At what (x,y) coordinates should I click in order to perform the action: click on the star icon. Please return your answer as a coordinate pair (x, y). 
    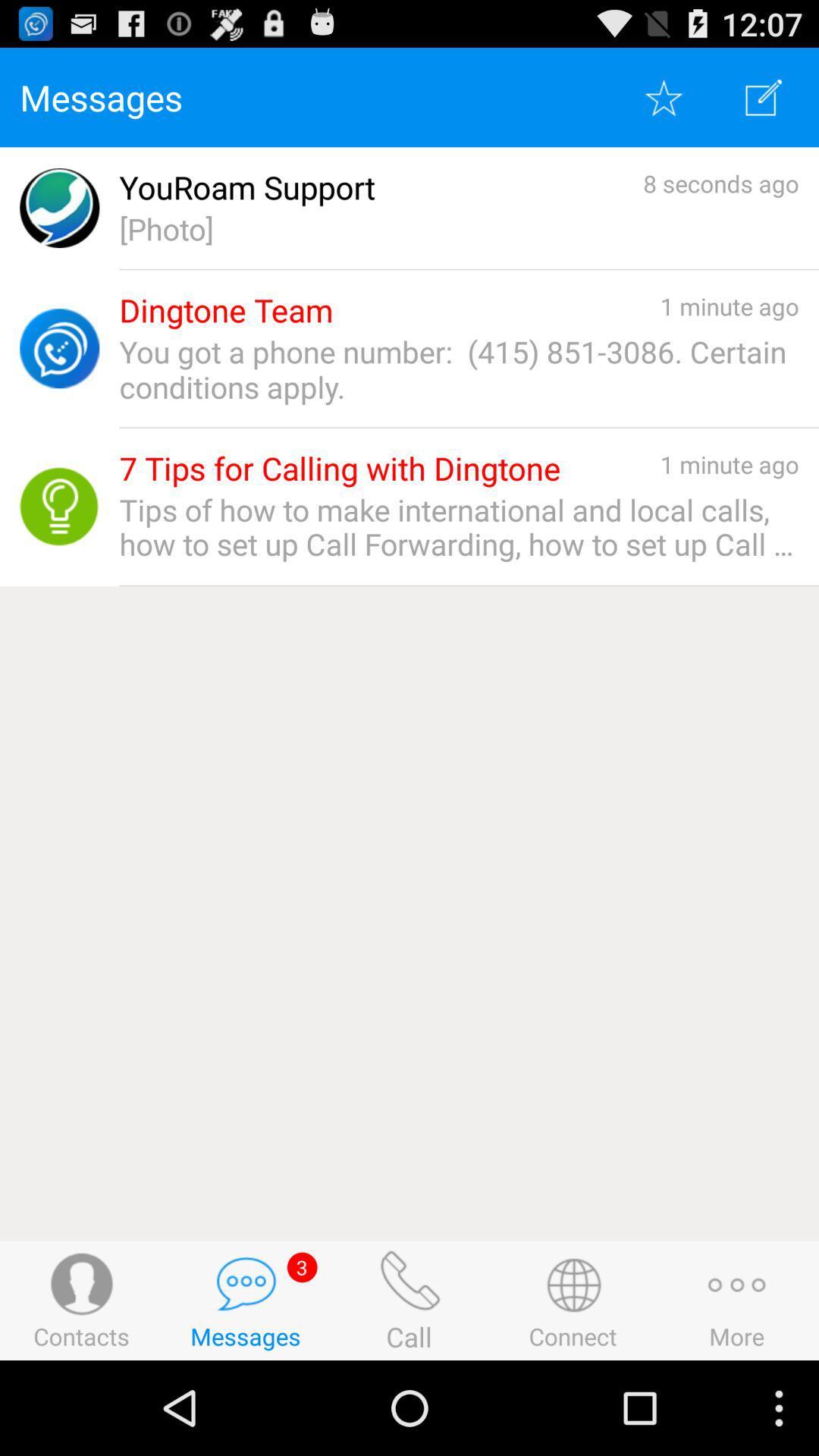
    Looking at the image, I should click on (663, 103).